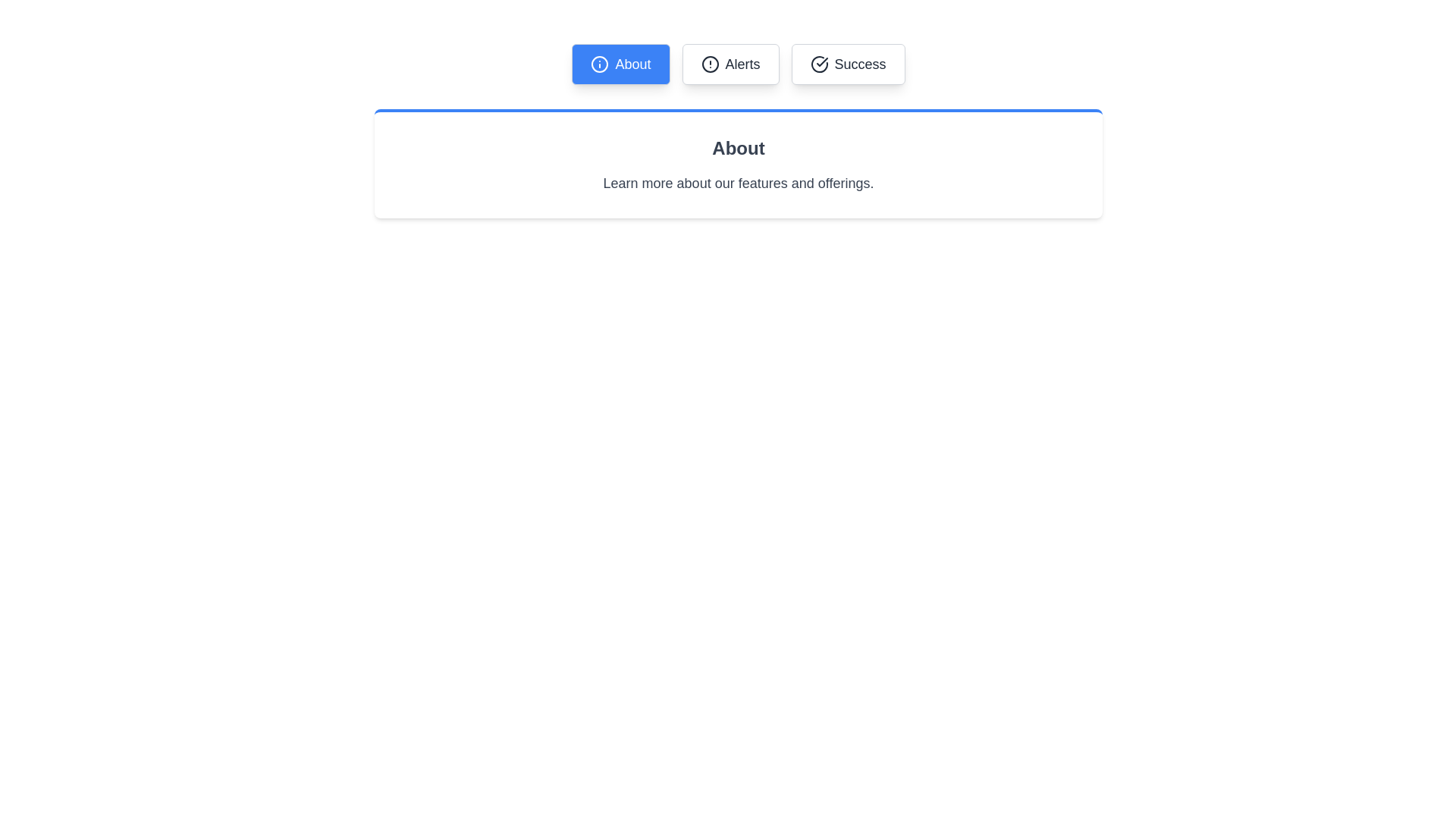  What do you see at coordinates (599, 63) in the screenshot?
I see `information icon located inside the 'About' button at the top left corner of the button row to view its details` at bounding box center [599, 63].